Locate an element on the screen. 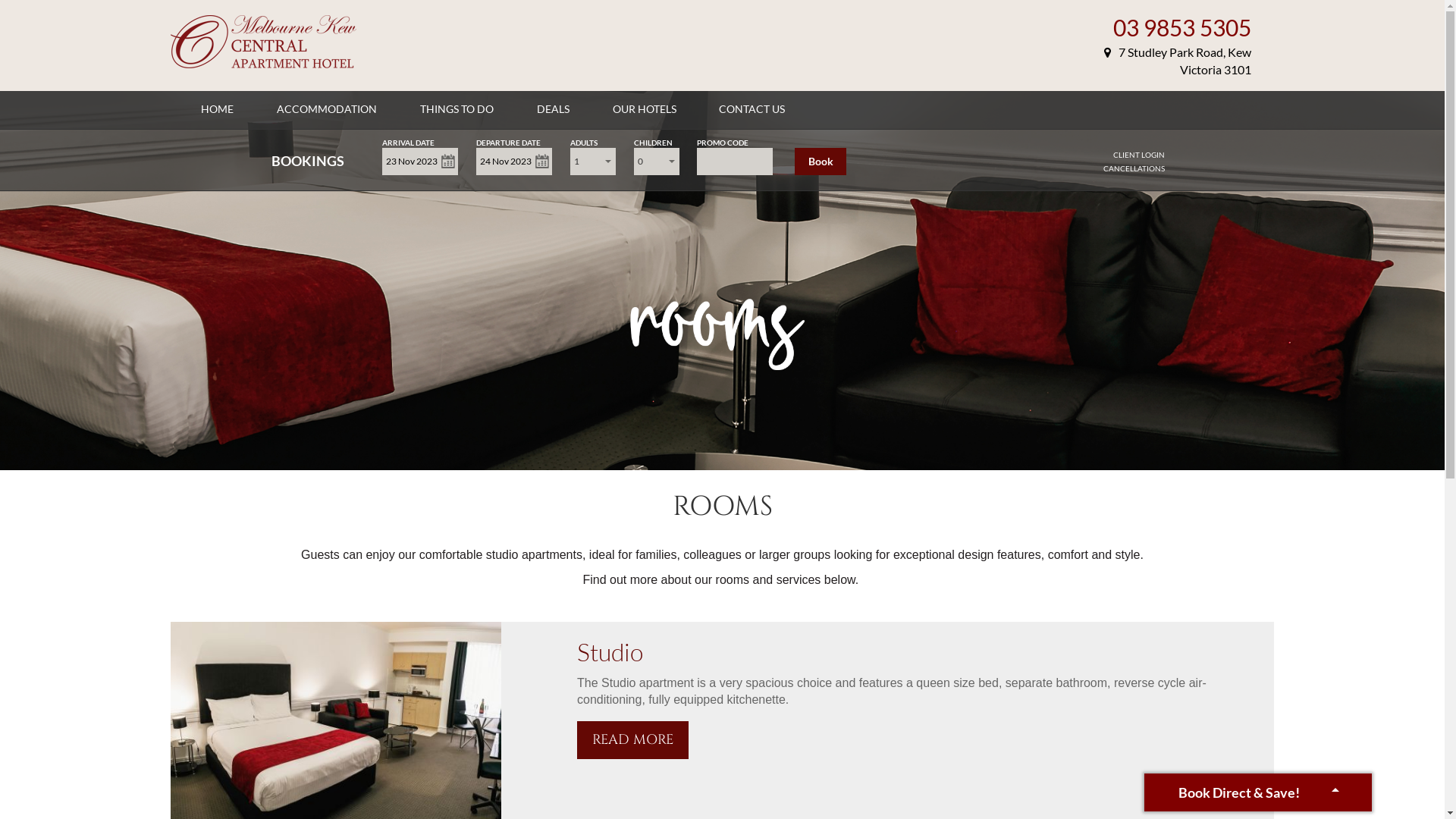  'CLIENT LOGIN' is located at coordinates (1139, 155).